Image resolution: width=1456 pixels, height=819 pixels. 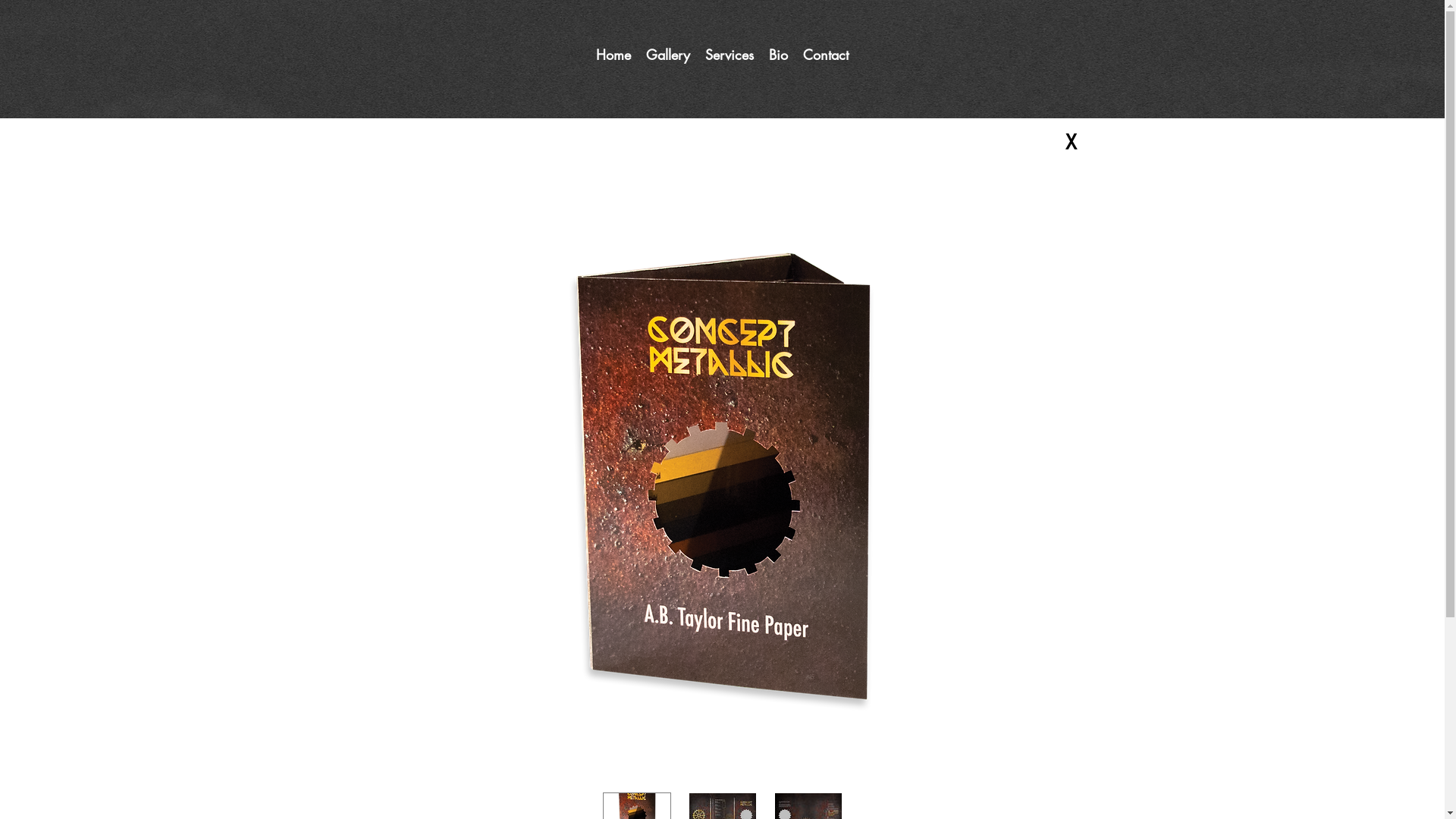 I want to click on 'Services', so click(x=729, y=54).